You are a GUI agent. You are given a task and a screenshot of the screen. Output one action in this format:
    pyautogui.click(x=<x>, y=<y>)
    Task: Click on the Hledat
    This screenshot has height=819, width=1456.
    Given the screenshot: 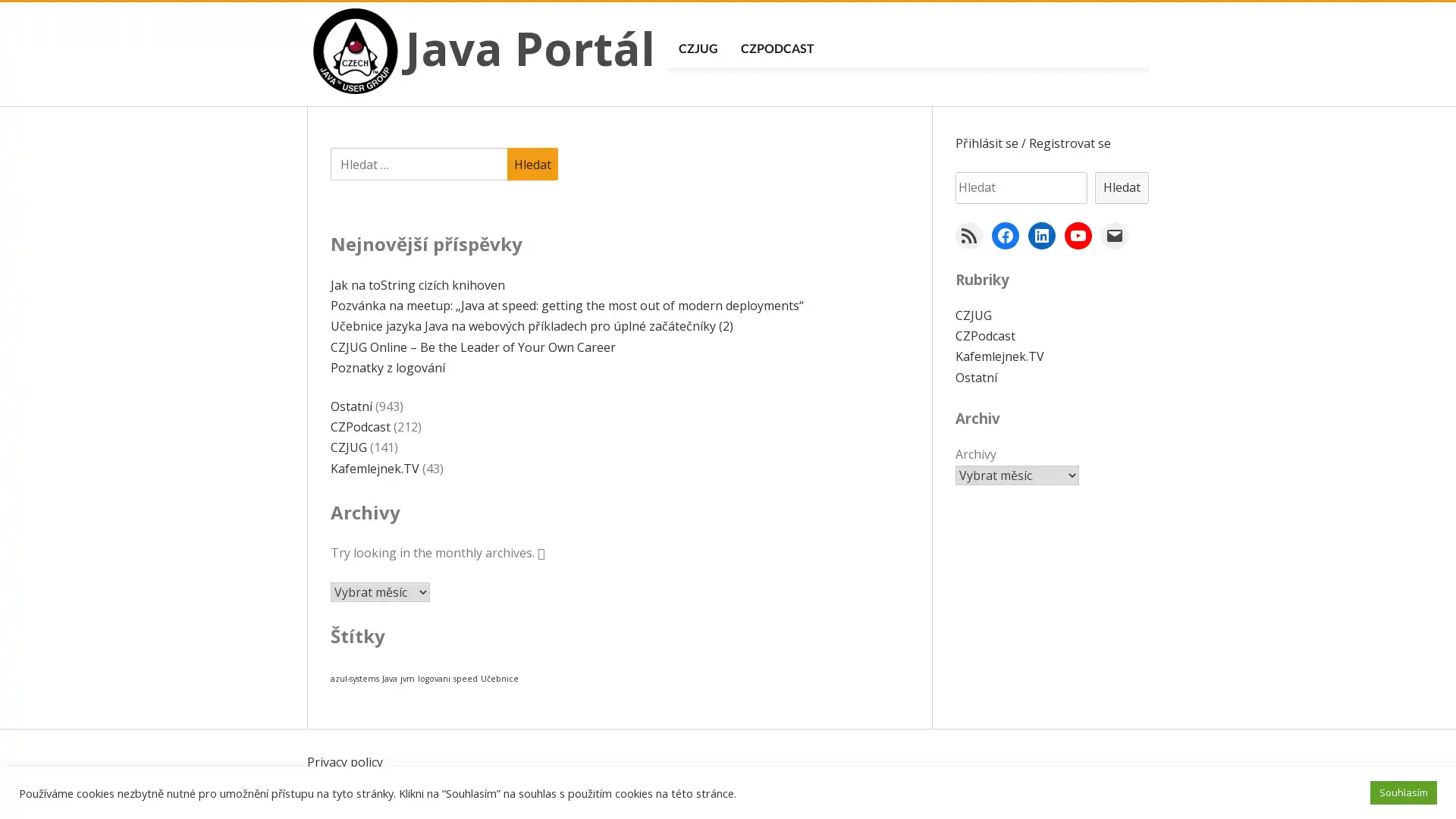 What is the action you would take?
    pyautogui.click(x=1122, y=187)
    